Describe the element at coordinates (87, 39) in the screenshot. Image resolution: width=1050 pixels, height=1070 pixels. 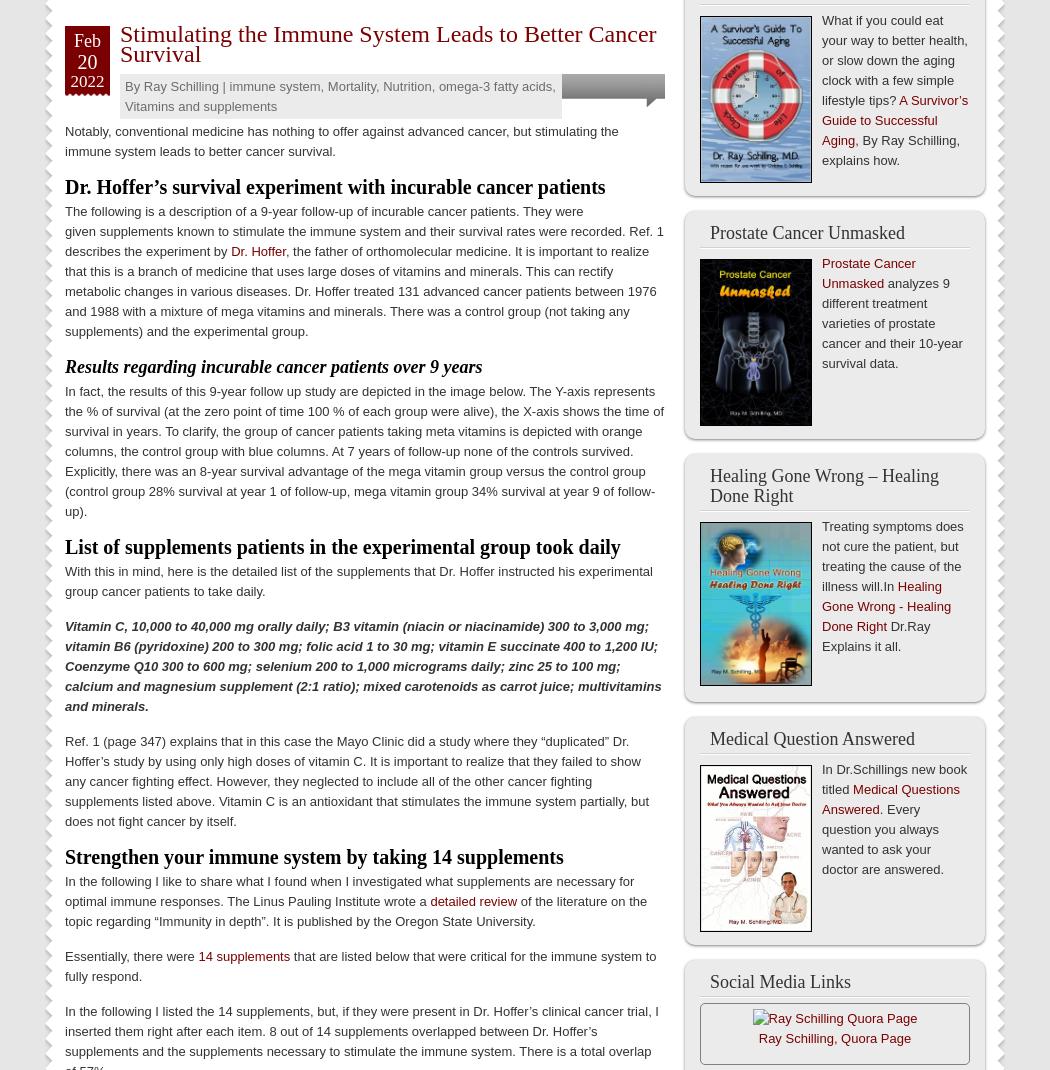
I see `'Feb'` at that location.